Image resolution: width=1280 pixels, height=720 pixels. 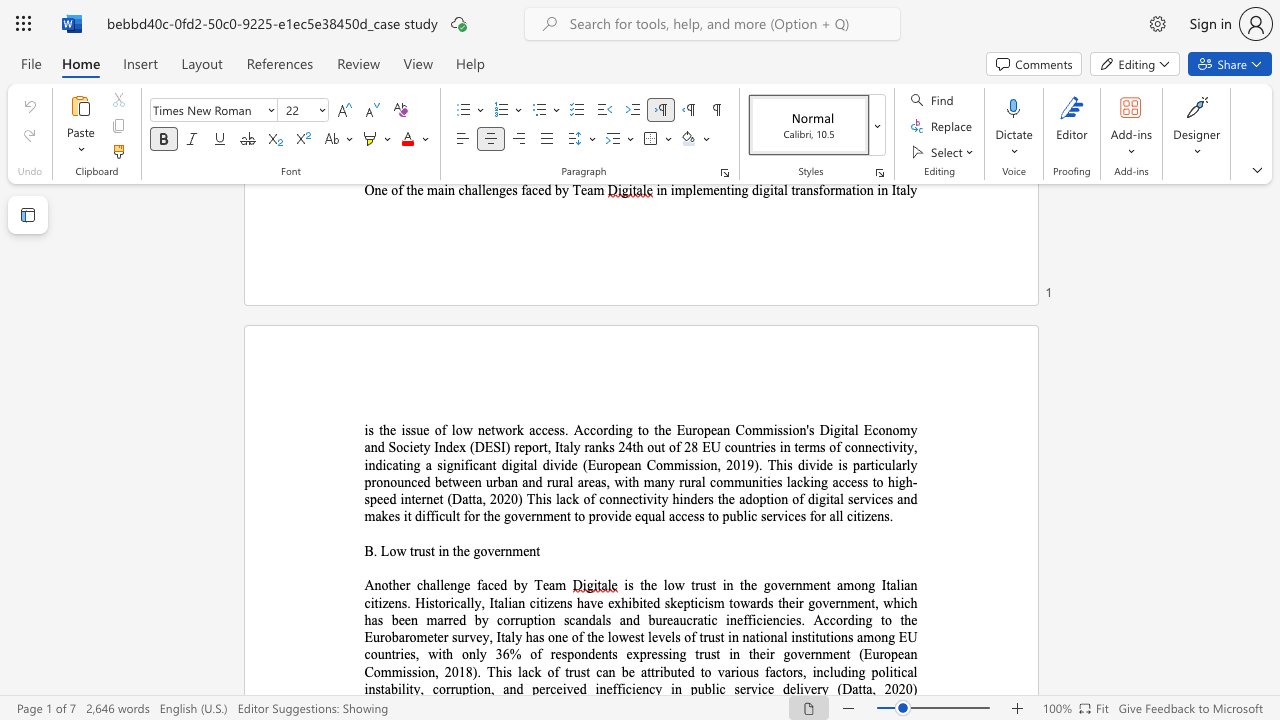 I want to click on the subset text "ccording to the European Commission" within the text "is the issue of low network access. According to the European Commission", so click(x=582, y=429).